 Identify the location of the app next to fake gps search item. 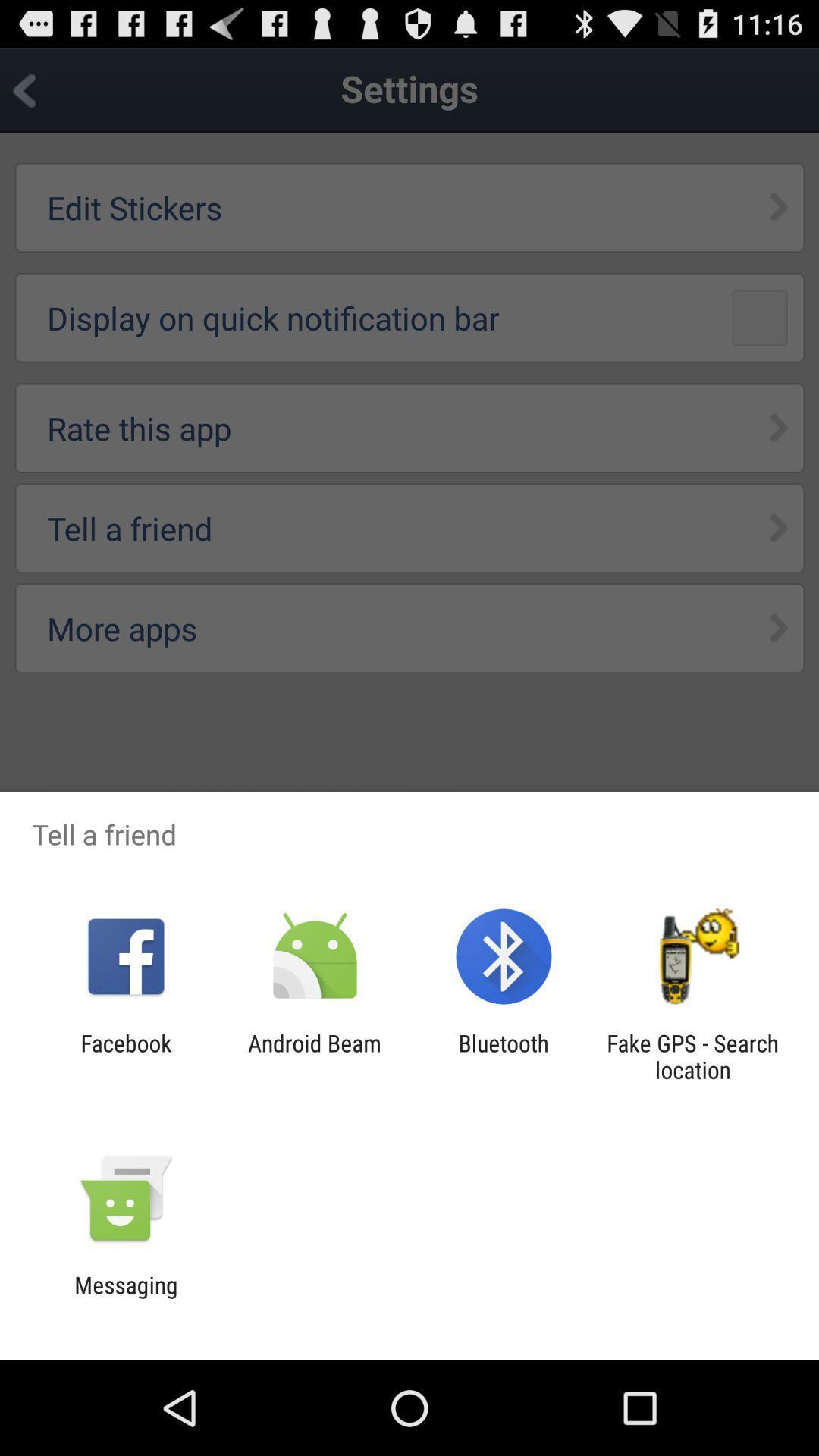
(504, 1056).